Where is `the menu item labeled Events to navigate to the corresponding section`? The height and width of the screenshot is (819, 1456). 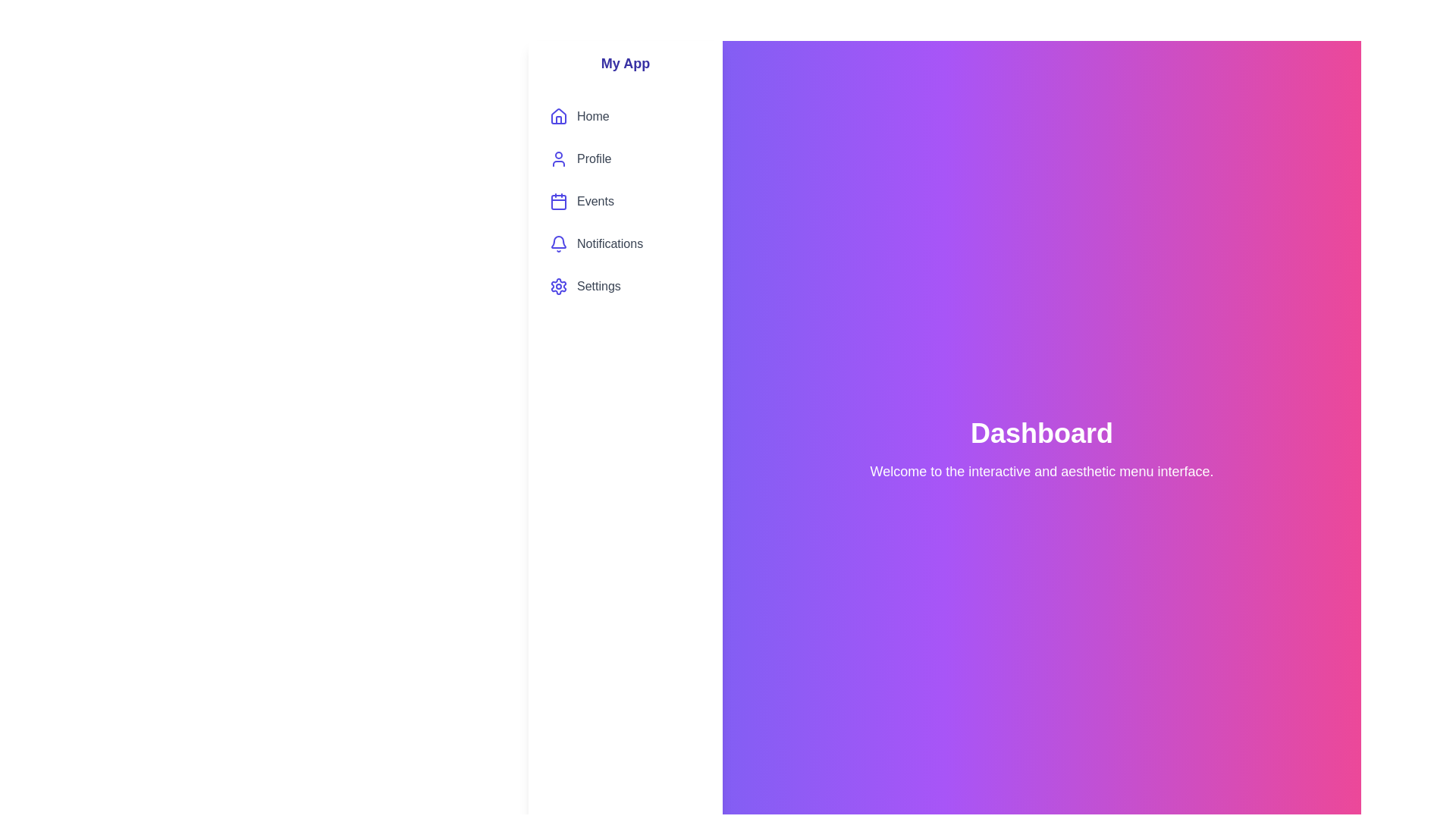 the menu item labeled Events to navigate to the corresponding section is located at coordinates (626, 201).